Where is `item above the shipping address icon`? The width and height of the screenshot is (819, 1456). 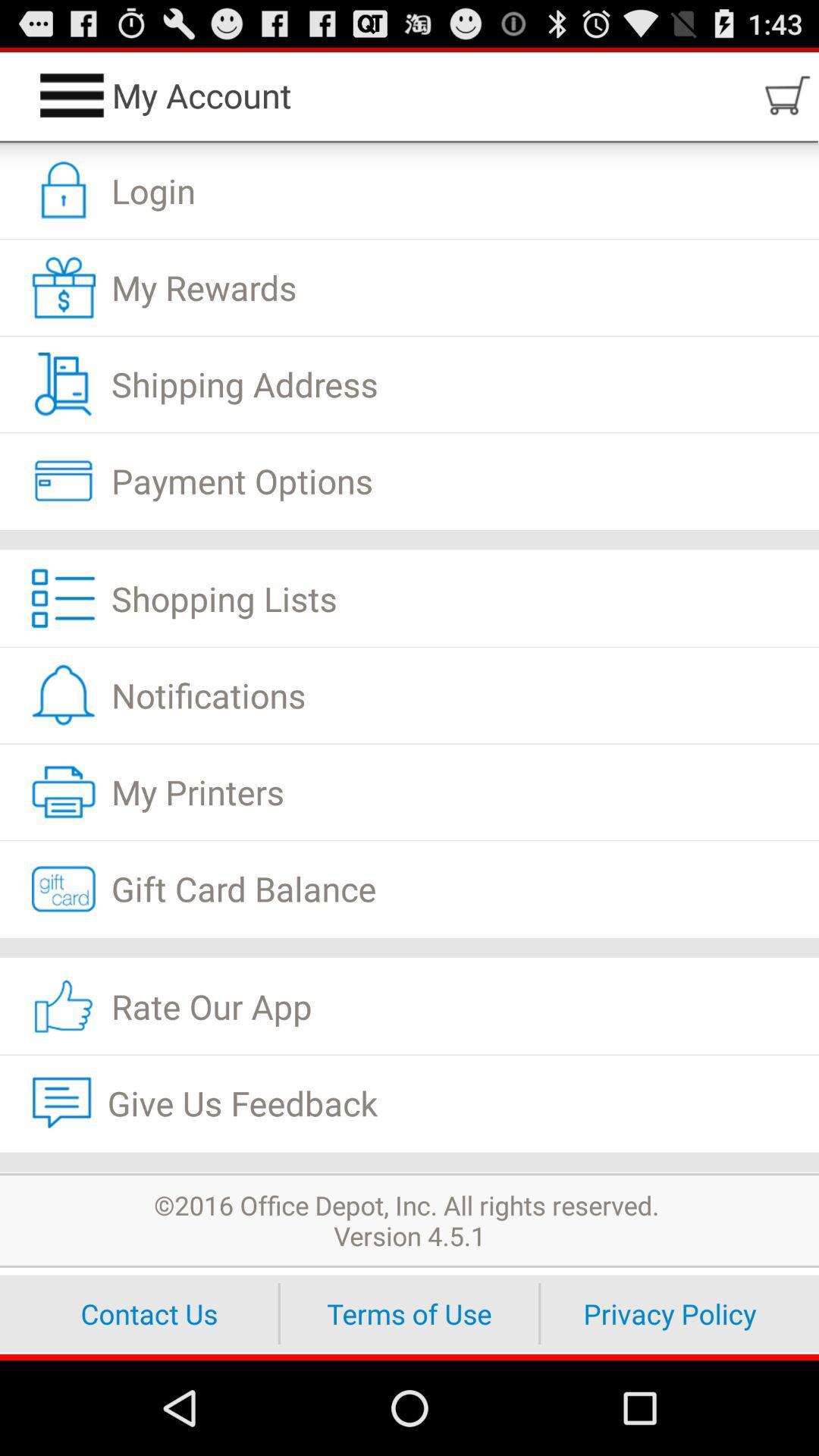
item above the shipping address icon is located at coordinates (409, 287).